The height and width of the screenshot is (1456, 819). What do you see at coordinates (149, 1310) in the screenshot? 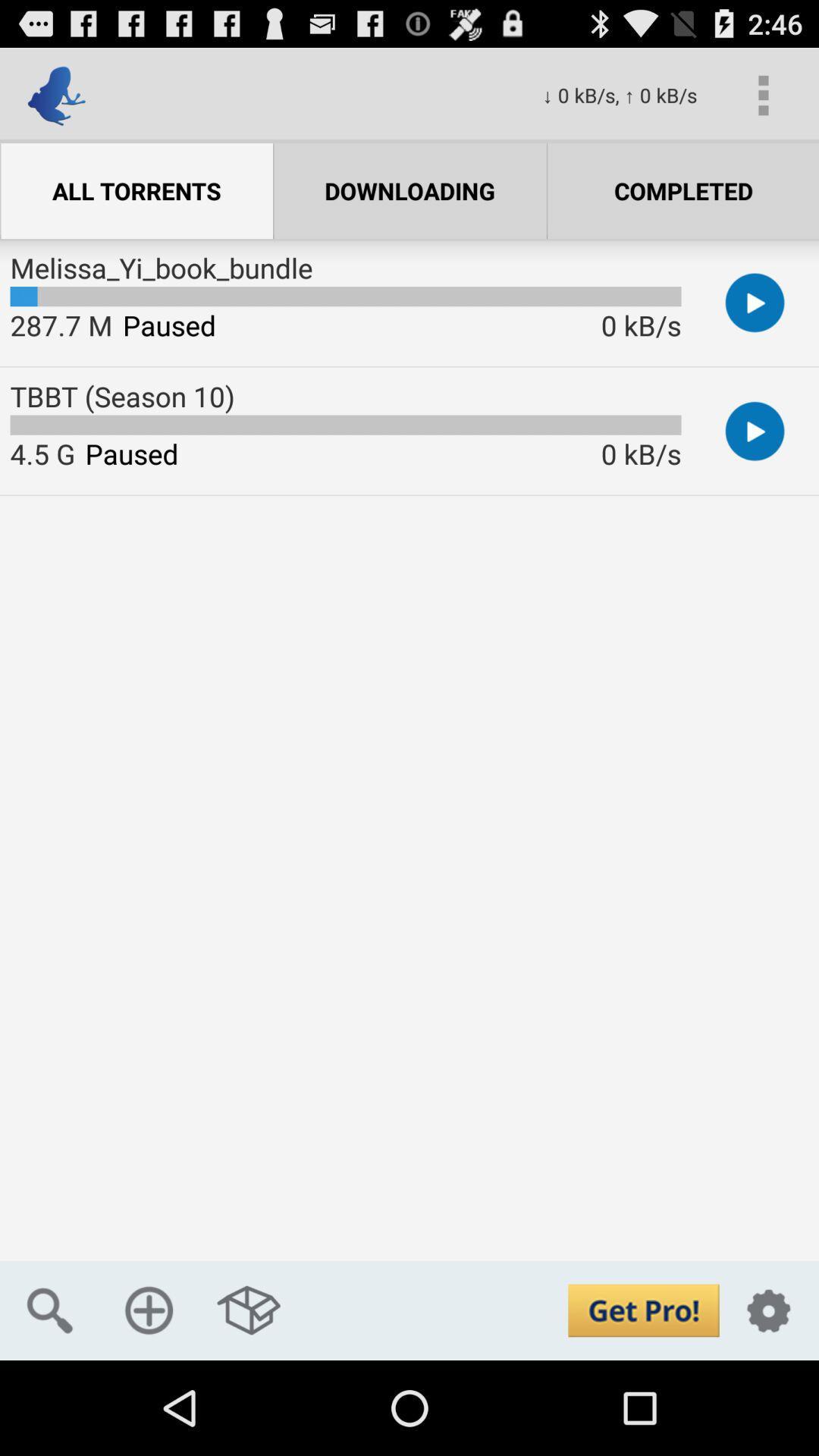
I see `app below paused` at bounding box center [149, 1310].